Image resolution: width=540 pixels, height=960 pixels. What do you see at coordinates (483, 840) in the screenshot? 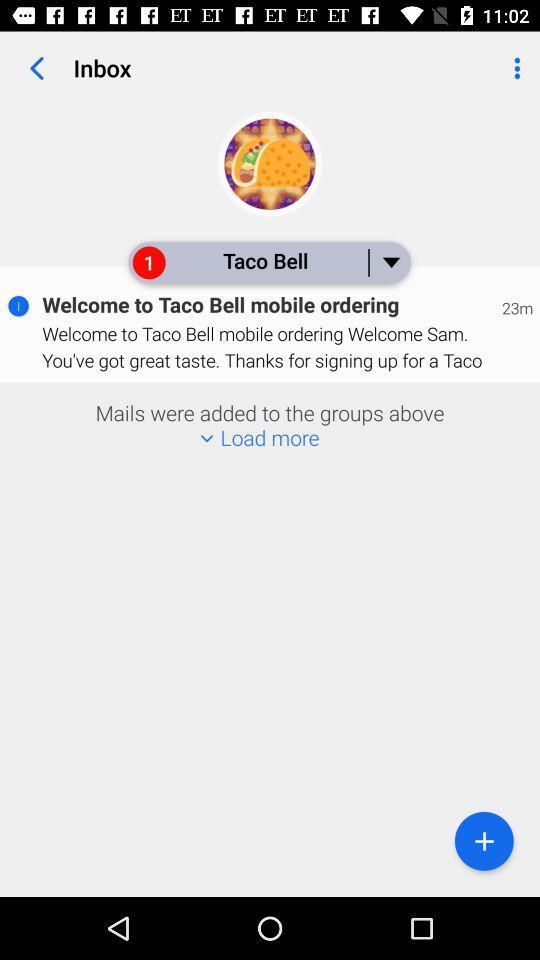
I see `the icon at the bottom right corner` at bounding box center [483, 840].